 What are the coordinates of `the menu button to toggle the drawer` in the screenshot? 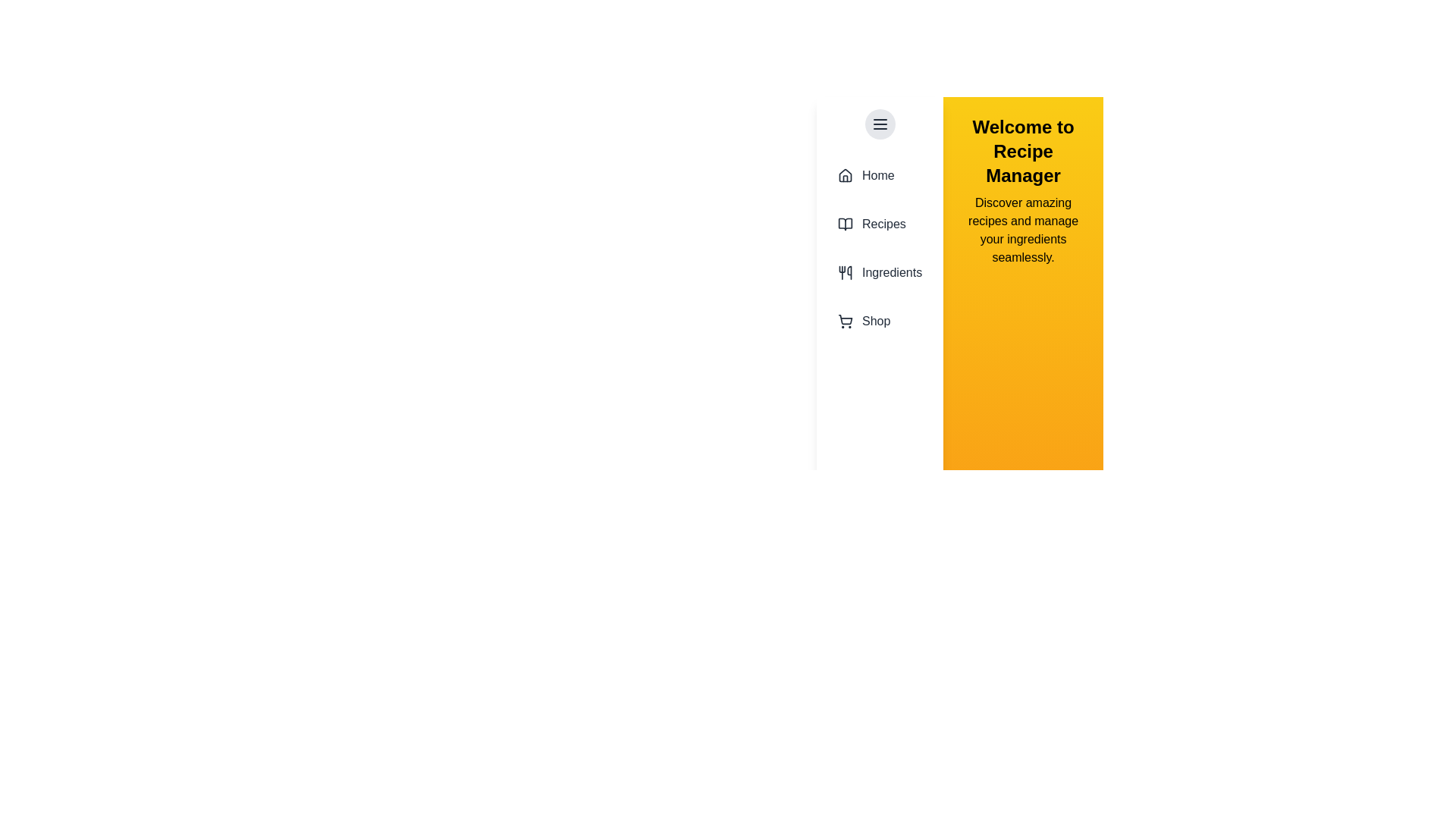 It's located at (880, 124).